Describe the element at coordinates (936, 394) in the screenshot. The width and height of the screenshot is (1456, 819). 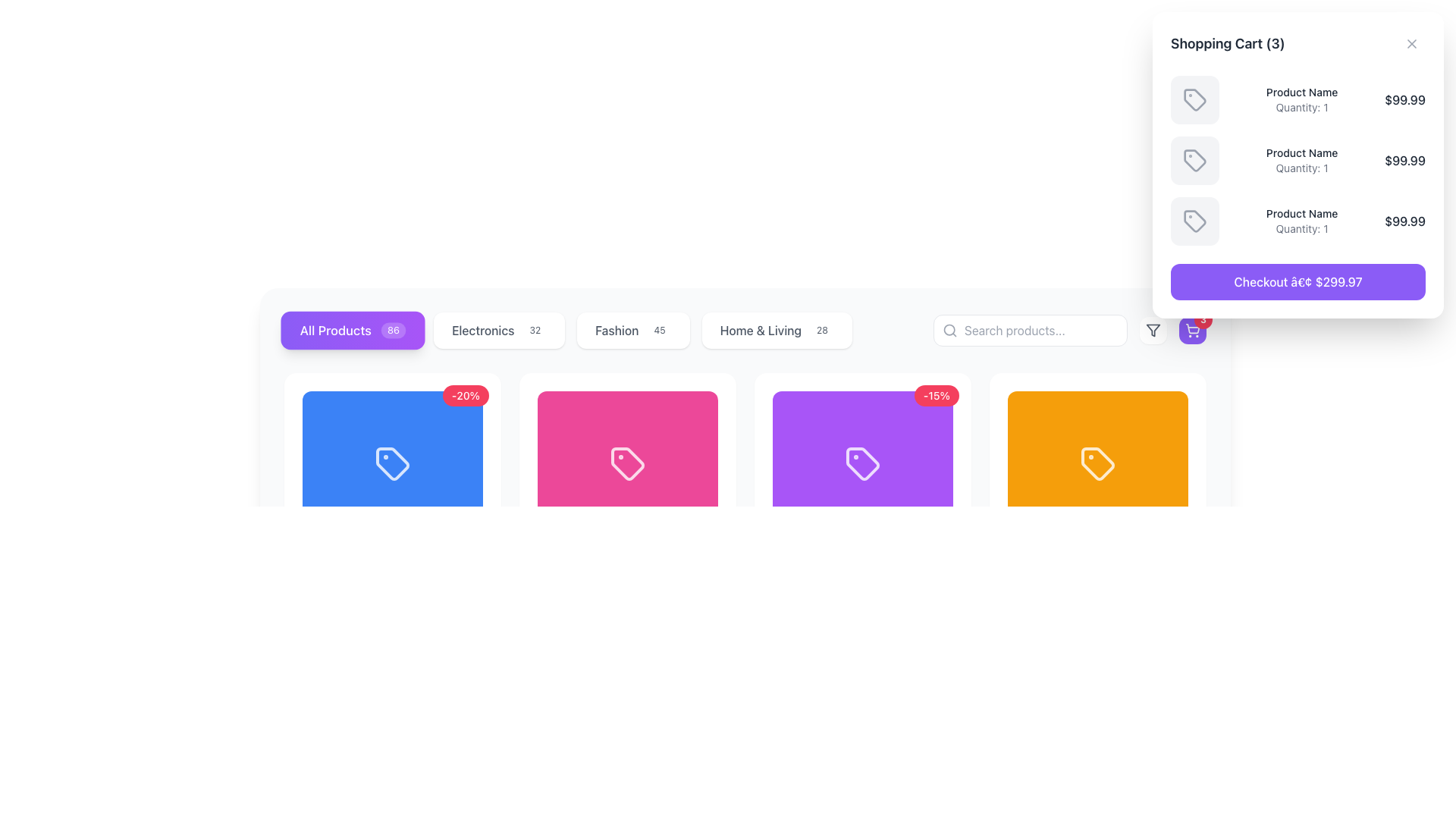
I see `the red oval-shaped badge containing the text '-15%' located in the top-right corner of the purple product card` at that location.